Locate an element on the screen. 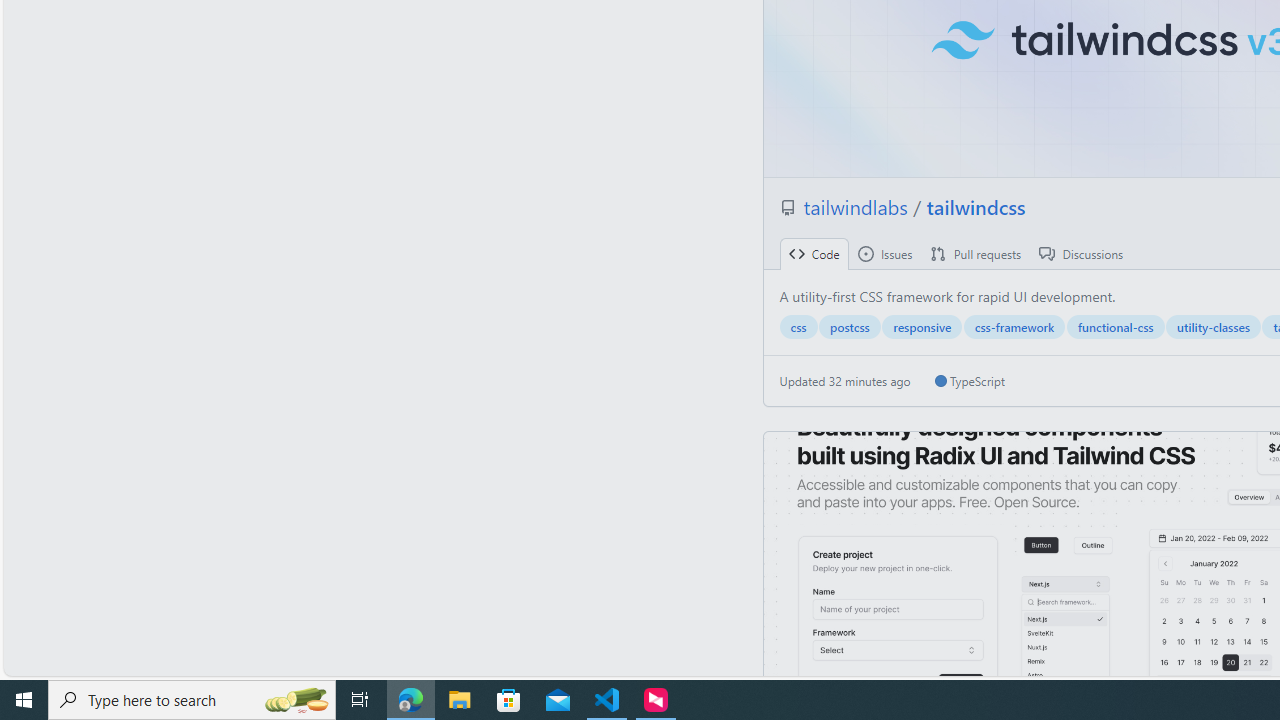 The image size is (1280, 720). 'postcss' is located at coordinates (849, 326).